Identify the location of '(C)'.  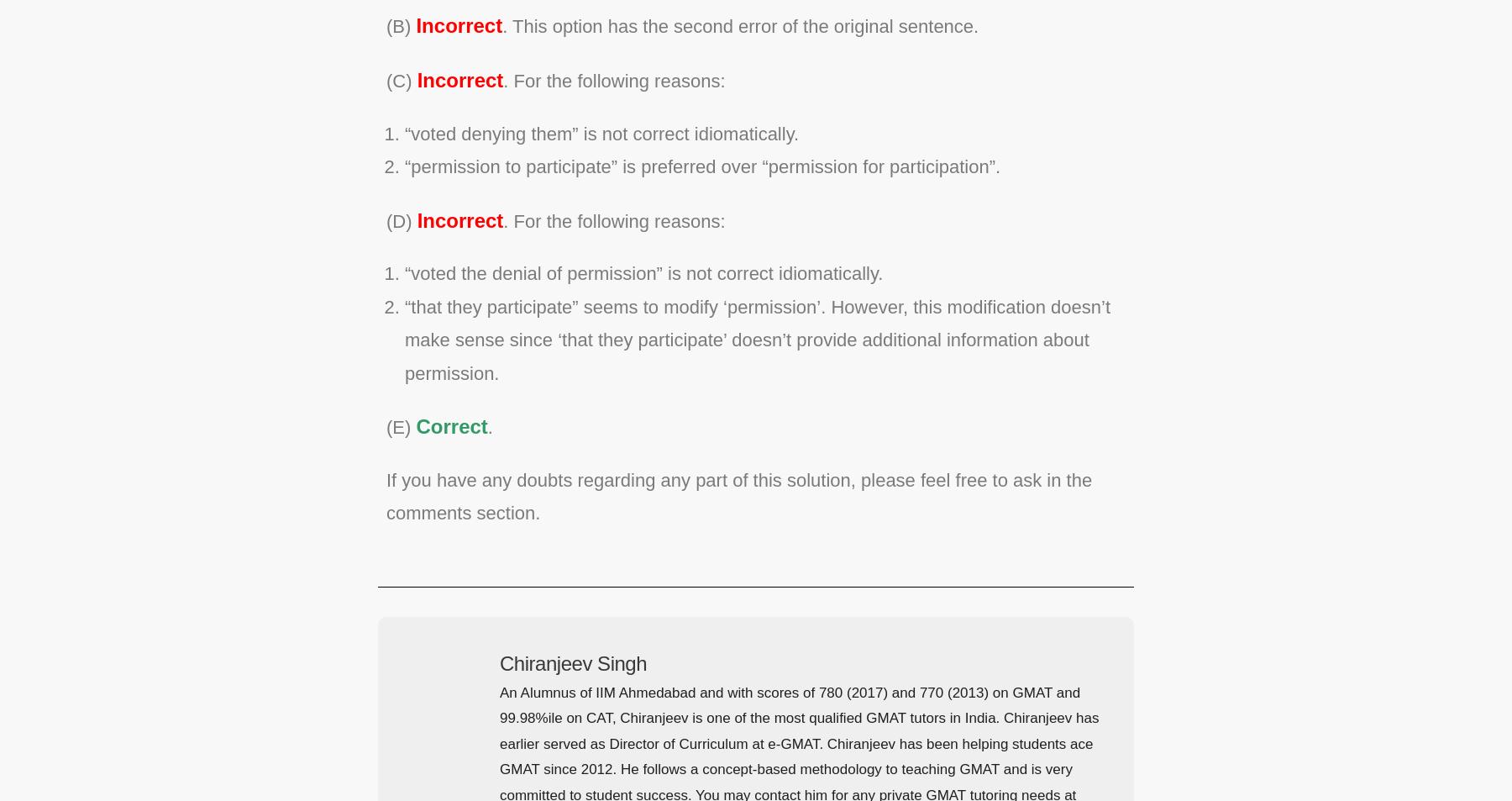
(400, 79).